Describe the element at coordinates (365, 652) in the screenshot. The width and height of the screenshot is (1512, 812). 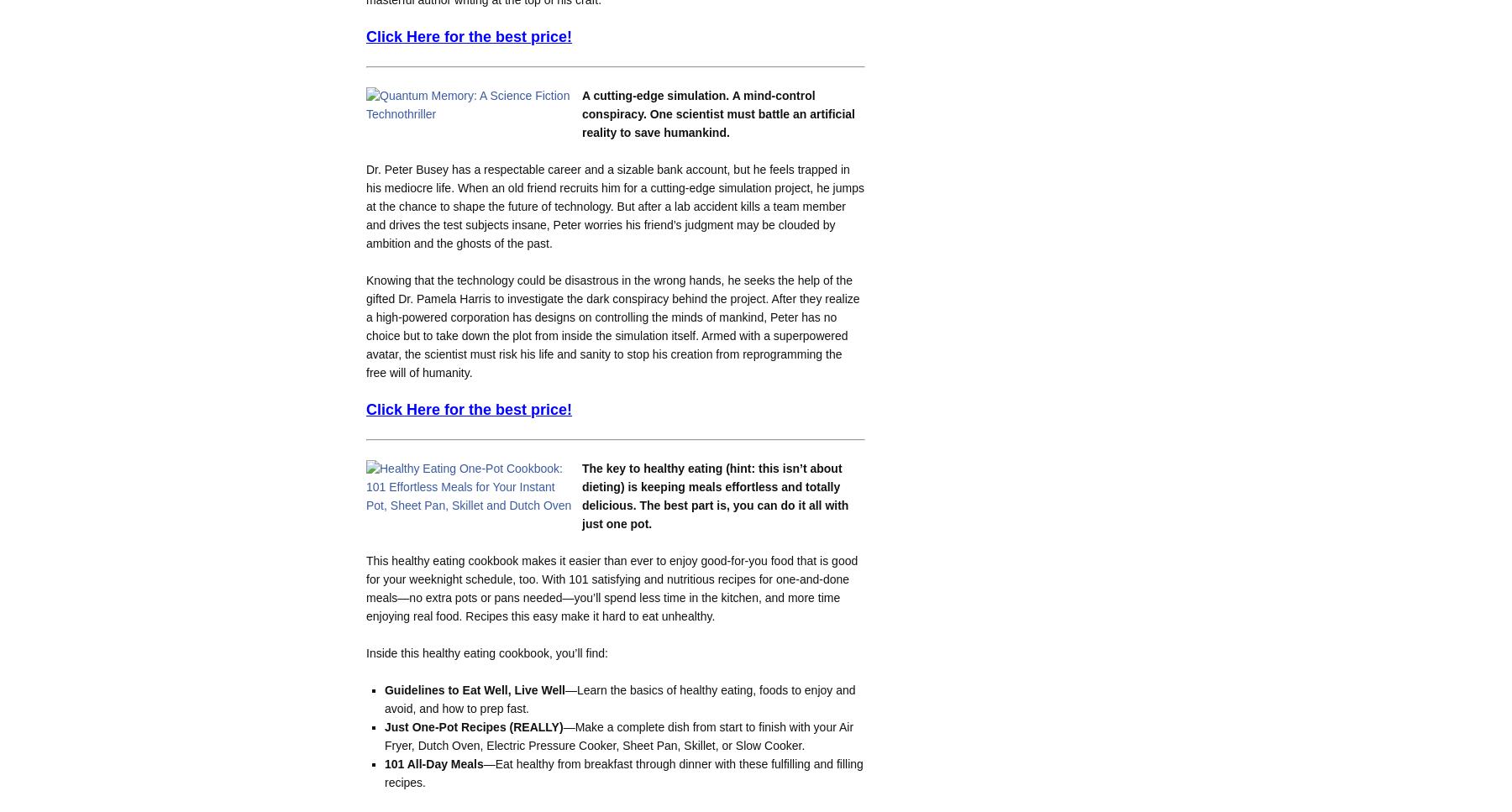
I see `'Inside this healthy eating cookbook, you’ll find:'` at that location.